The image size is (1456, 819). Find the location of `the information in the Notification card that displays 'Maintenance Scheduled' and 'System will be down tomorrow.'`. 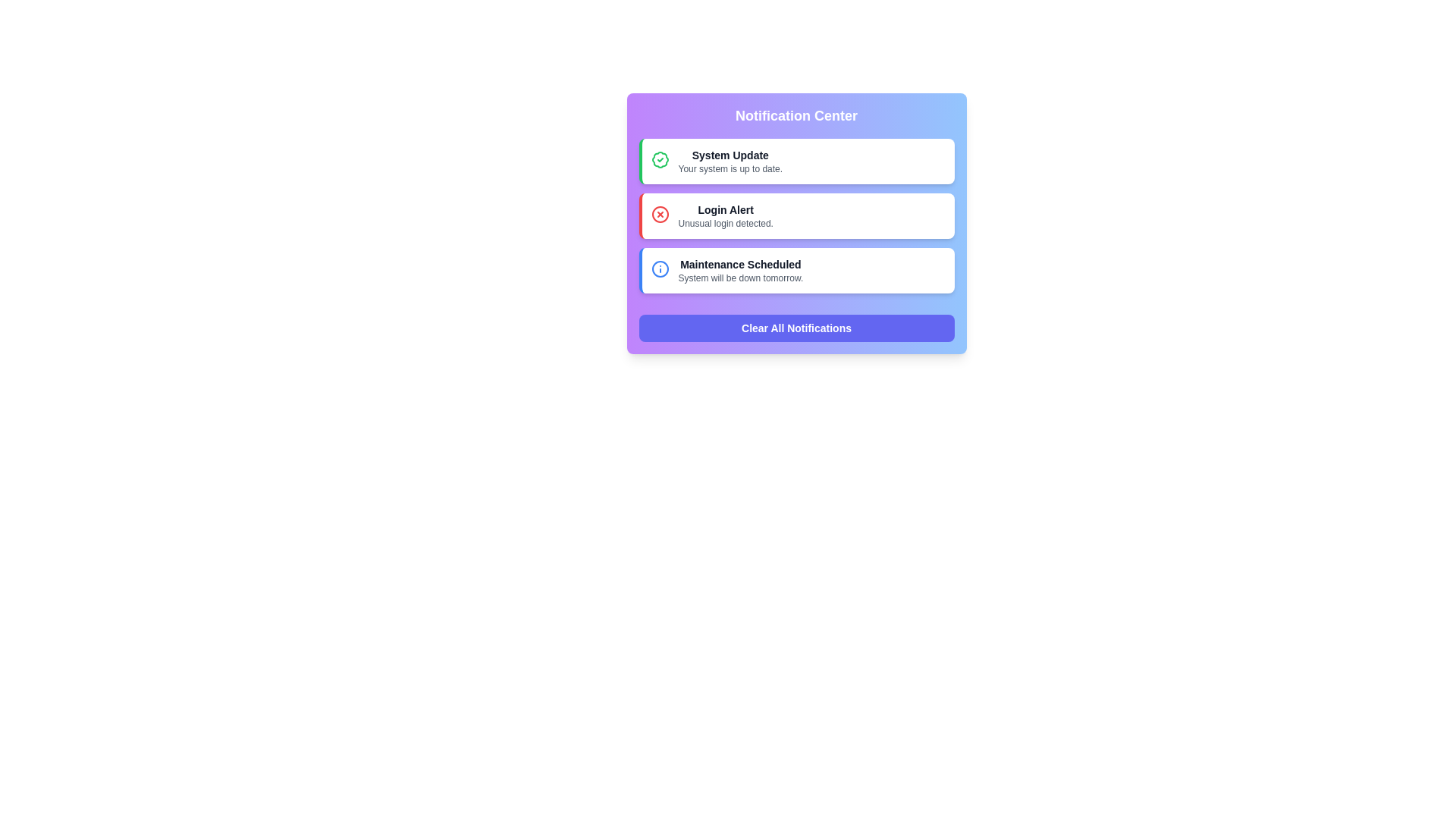

the information in the Notification card that displays 'Maintenance Scheduled' and 'System will be down tomorrow.' is located at coordinates (740, 270).